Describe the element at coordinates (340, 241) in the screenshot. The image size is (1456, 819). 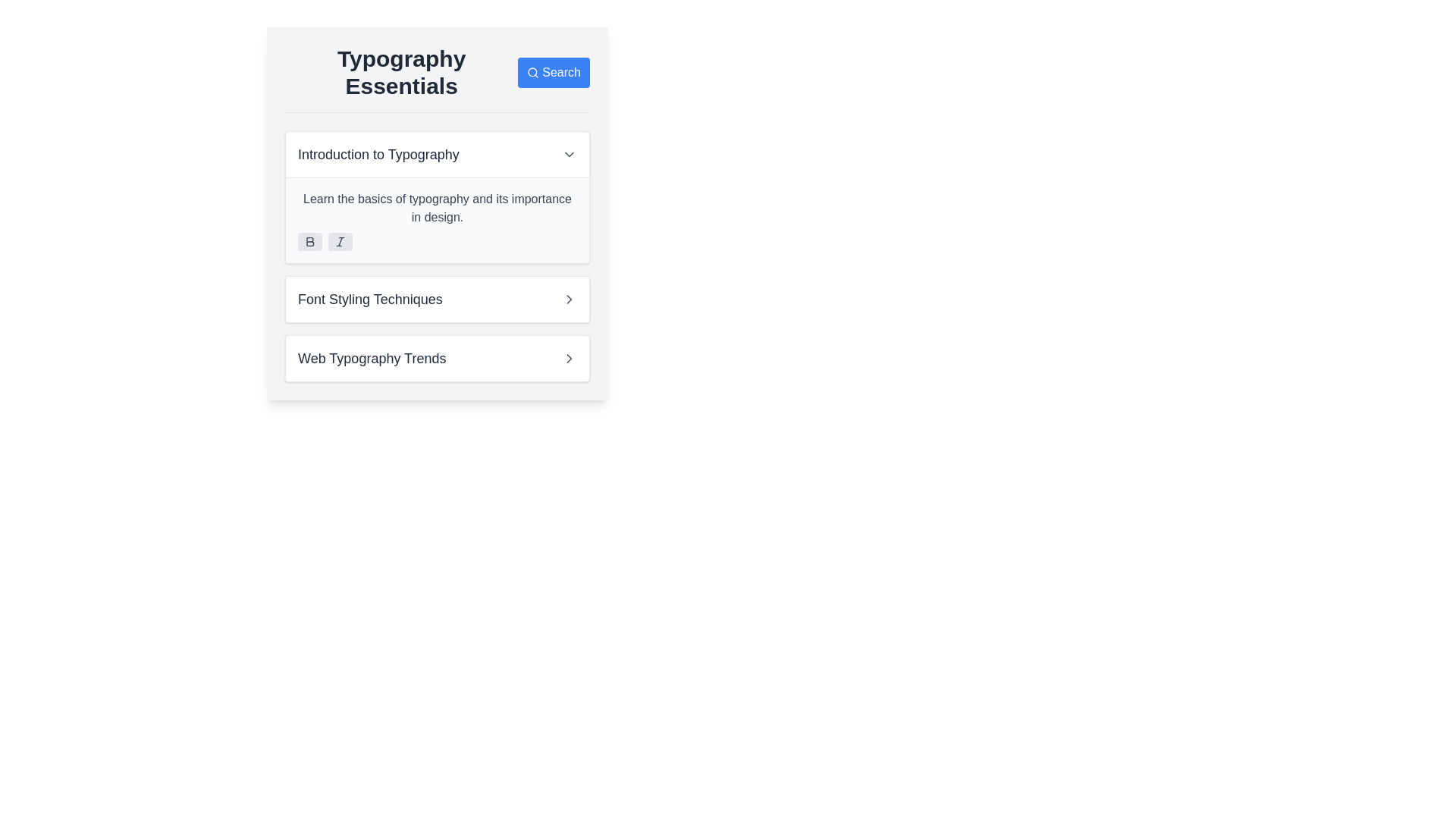
I see `the italicized 'I' icon button in the toolbar to apply or remove italic styling` at that location.